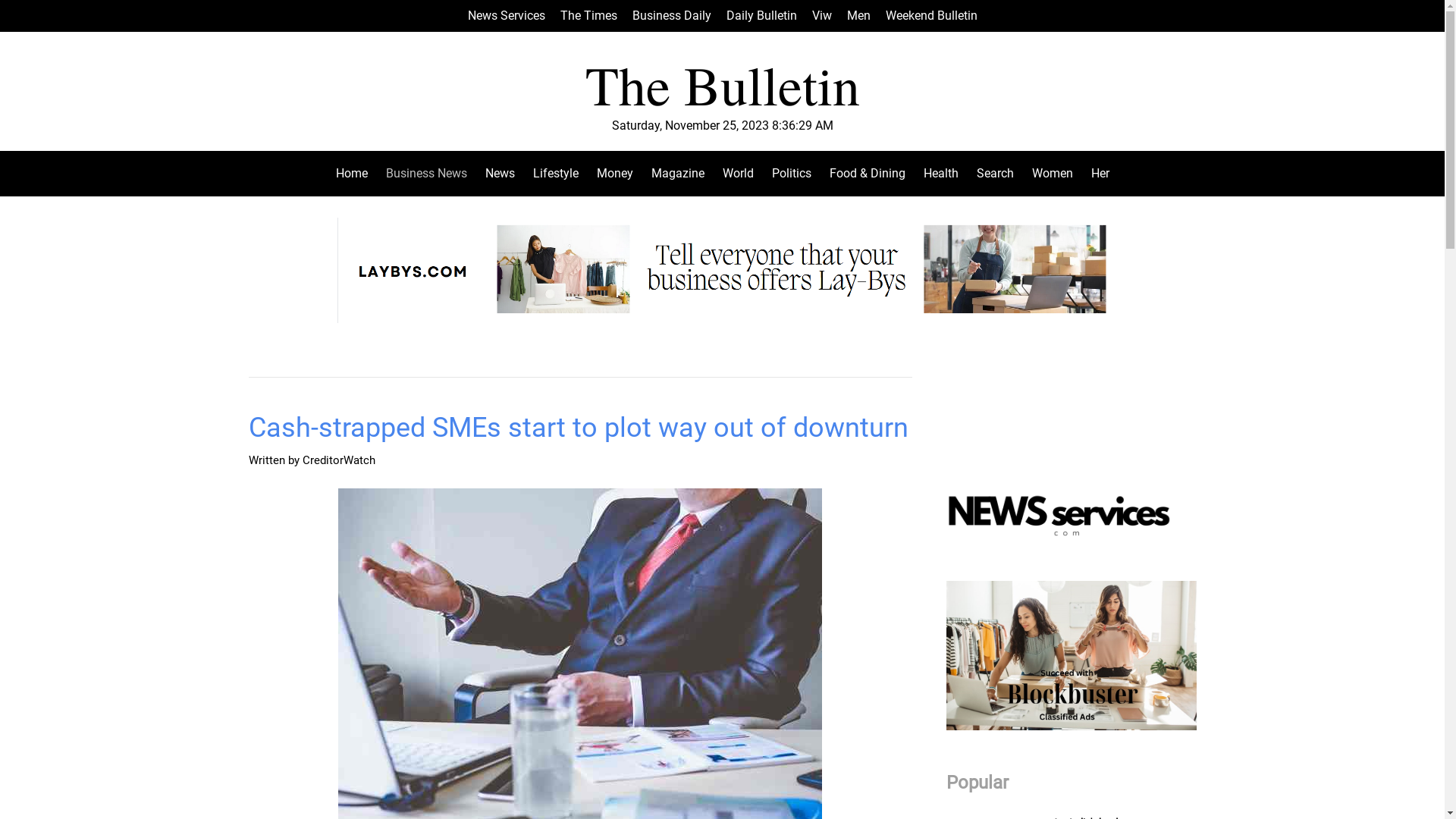 Image resolution: width=1456 pixels, height=819 pixels. What do you see at coordinates (940, 172) in the screenshot?
I see `'Health'` at bounding box center [940, 172].